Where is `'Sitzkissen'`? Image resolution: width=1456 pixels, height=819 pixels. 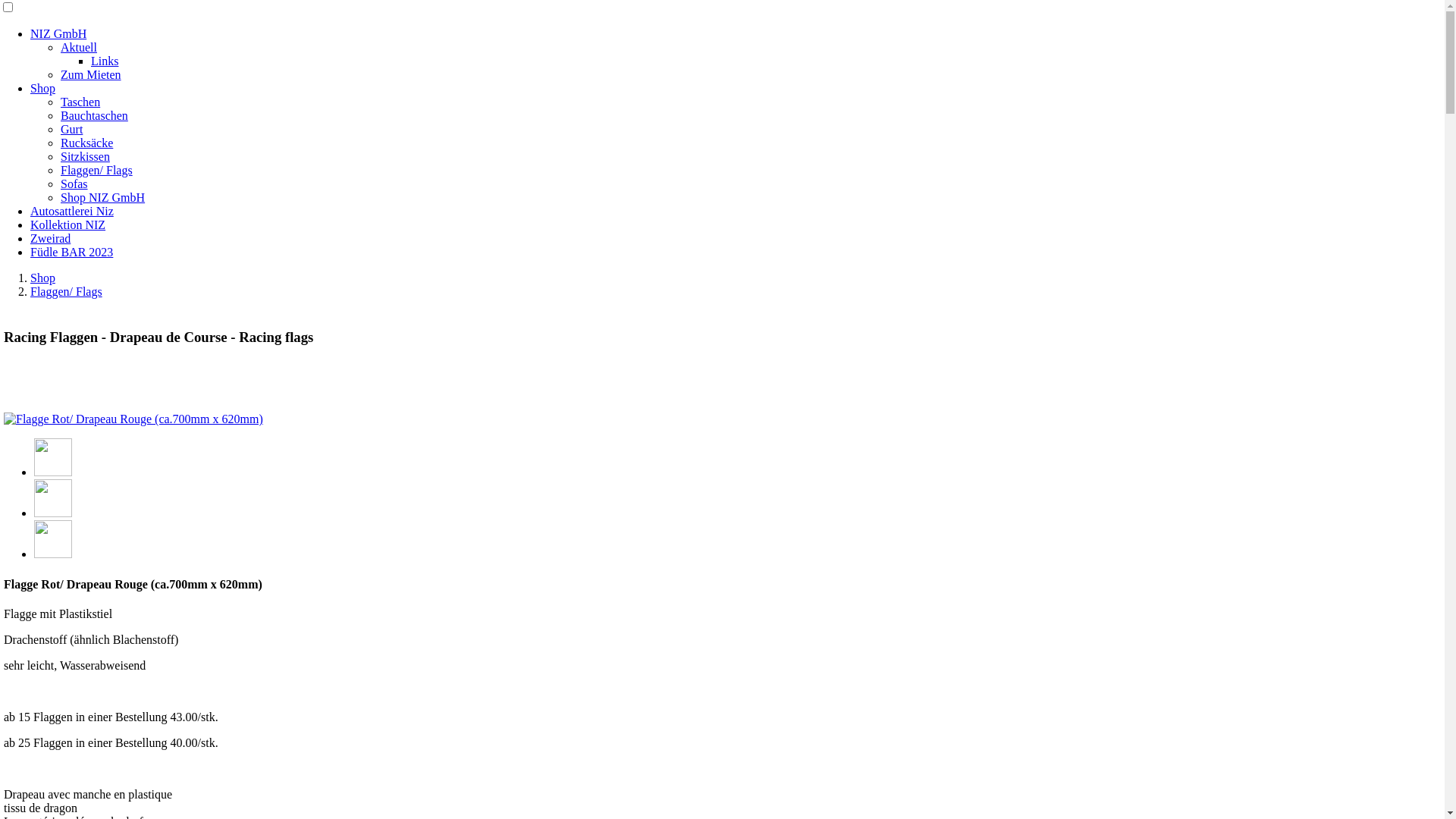
'Sitzkissen' is located at coordinates (84, 156).